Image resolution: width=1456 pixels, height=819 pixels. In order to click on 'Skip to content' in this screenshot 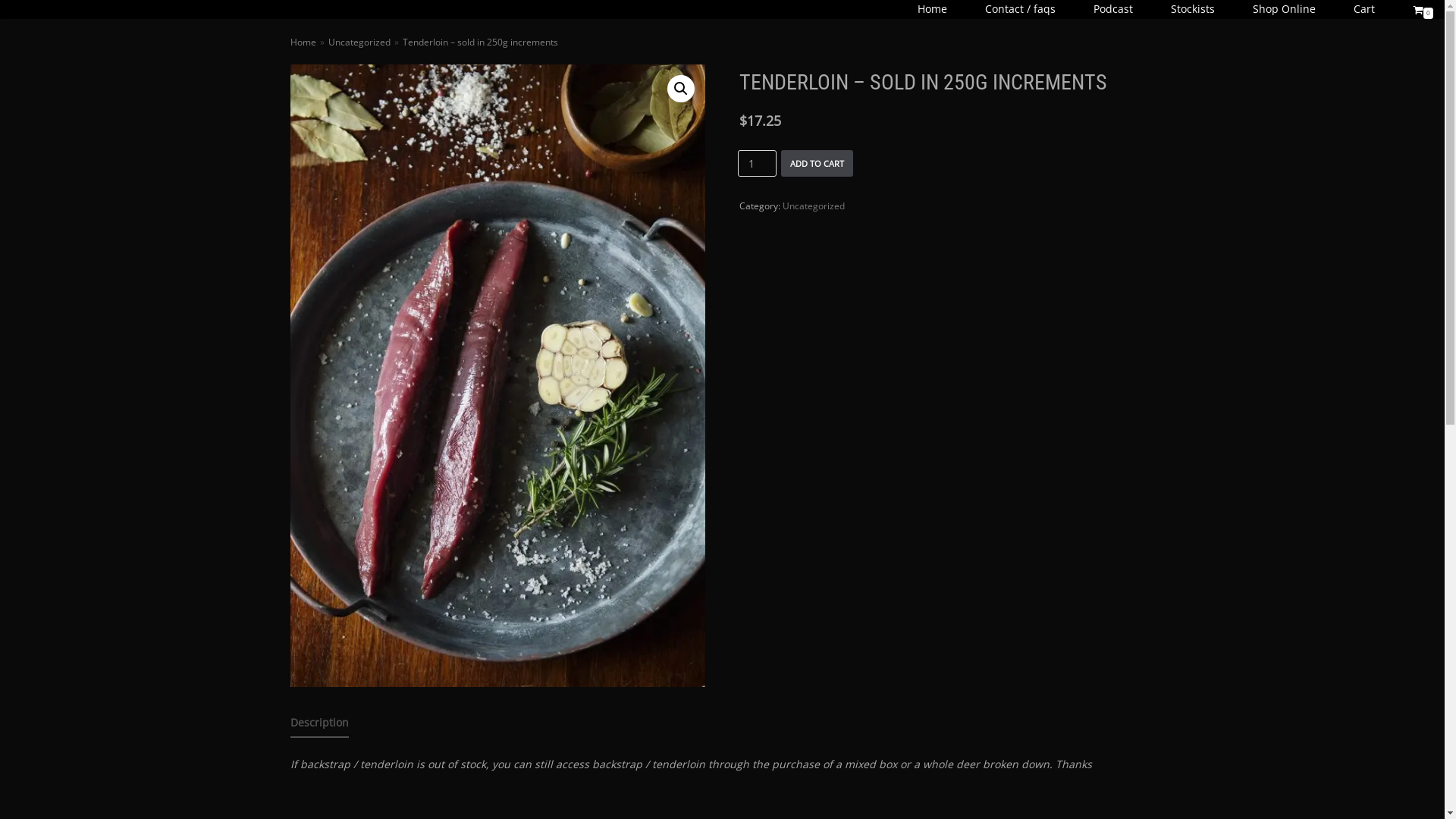, I will do `click(14, 8)`.